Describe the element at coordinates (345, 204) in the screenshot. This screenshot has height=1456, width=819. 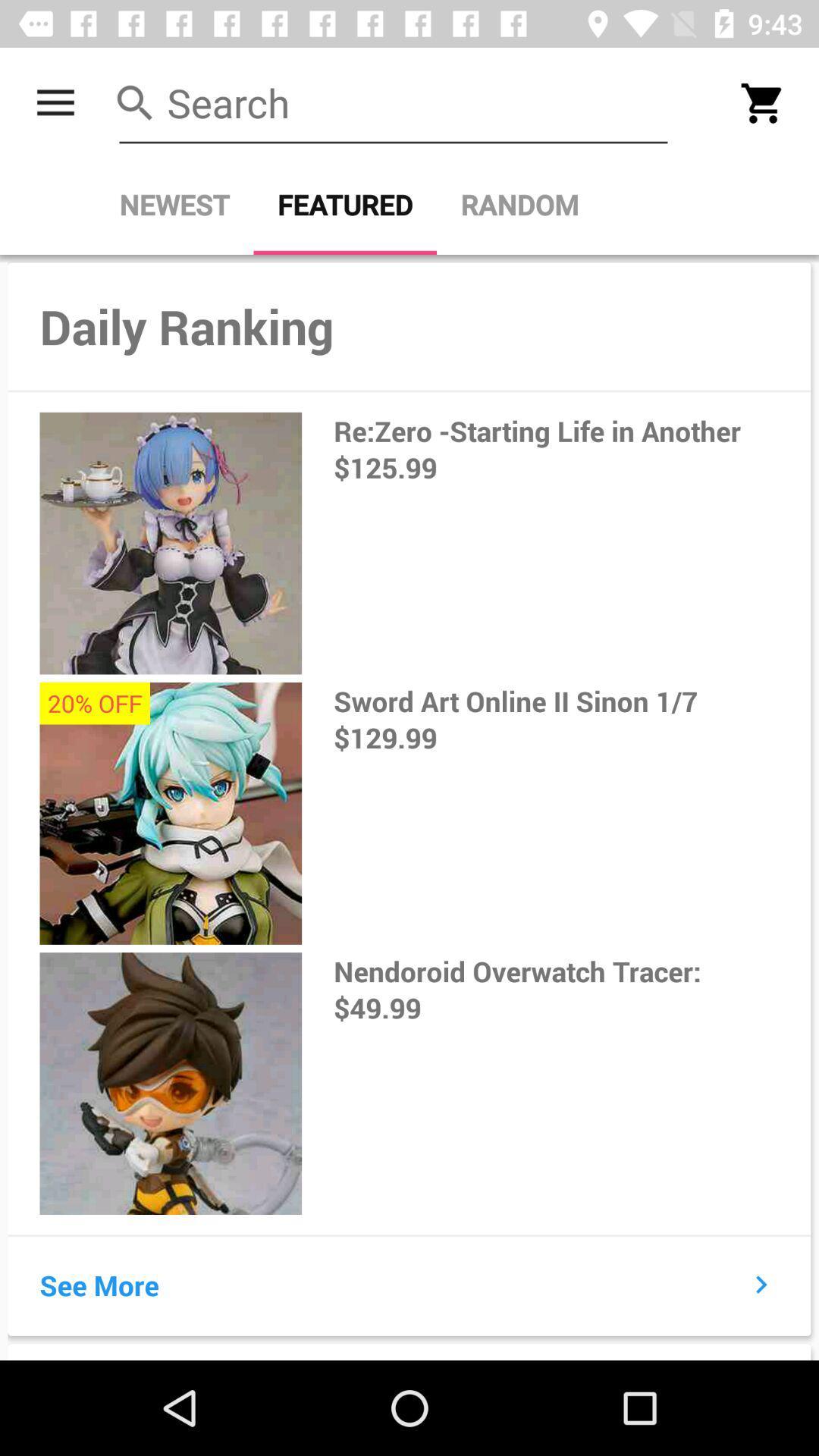
I see `item to the right of the newest item` at that location.